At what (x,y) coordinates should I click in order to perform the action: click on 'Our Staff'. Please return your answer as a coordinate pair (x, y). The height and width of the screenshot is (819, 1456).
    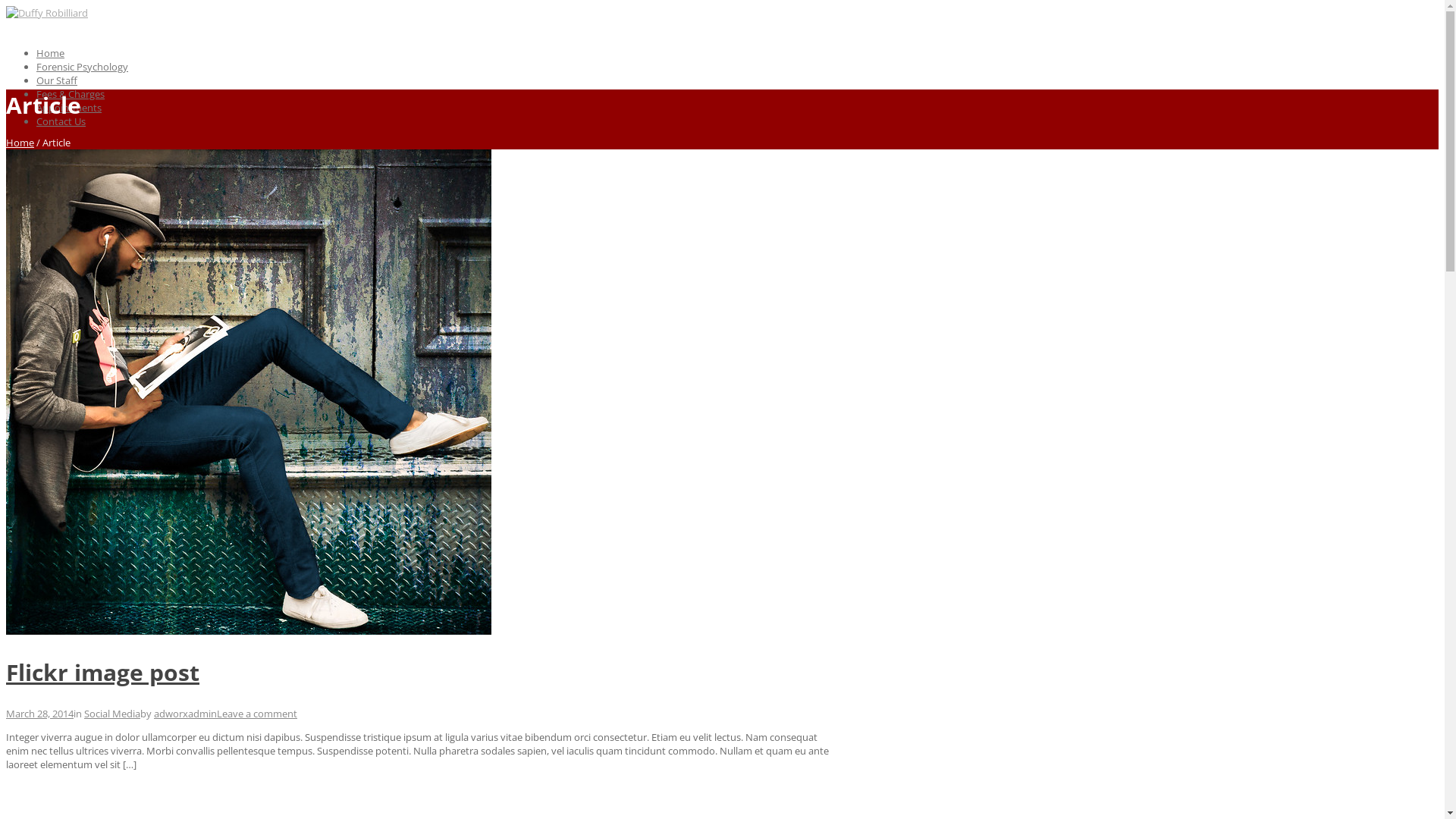
    Looking at the image, I should click on (57, 80).